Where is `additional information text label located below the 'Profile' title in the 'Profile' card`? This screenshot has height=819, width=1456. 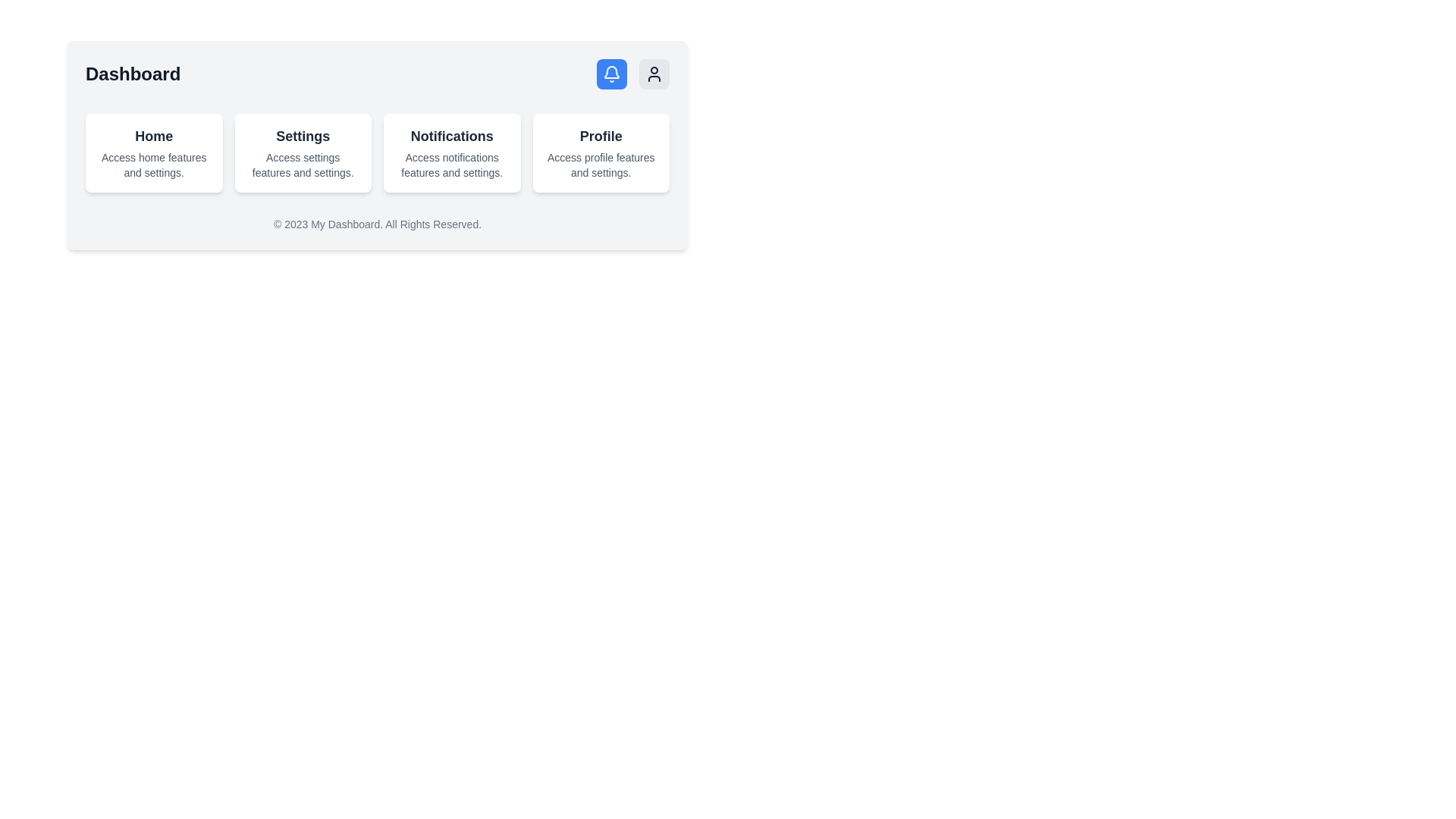
additional information text label located below the 'Profile' title in the 'Profile' card is located at coordinates (600, 165).